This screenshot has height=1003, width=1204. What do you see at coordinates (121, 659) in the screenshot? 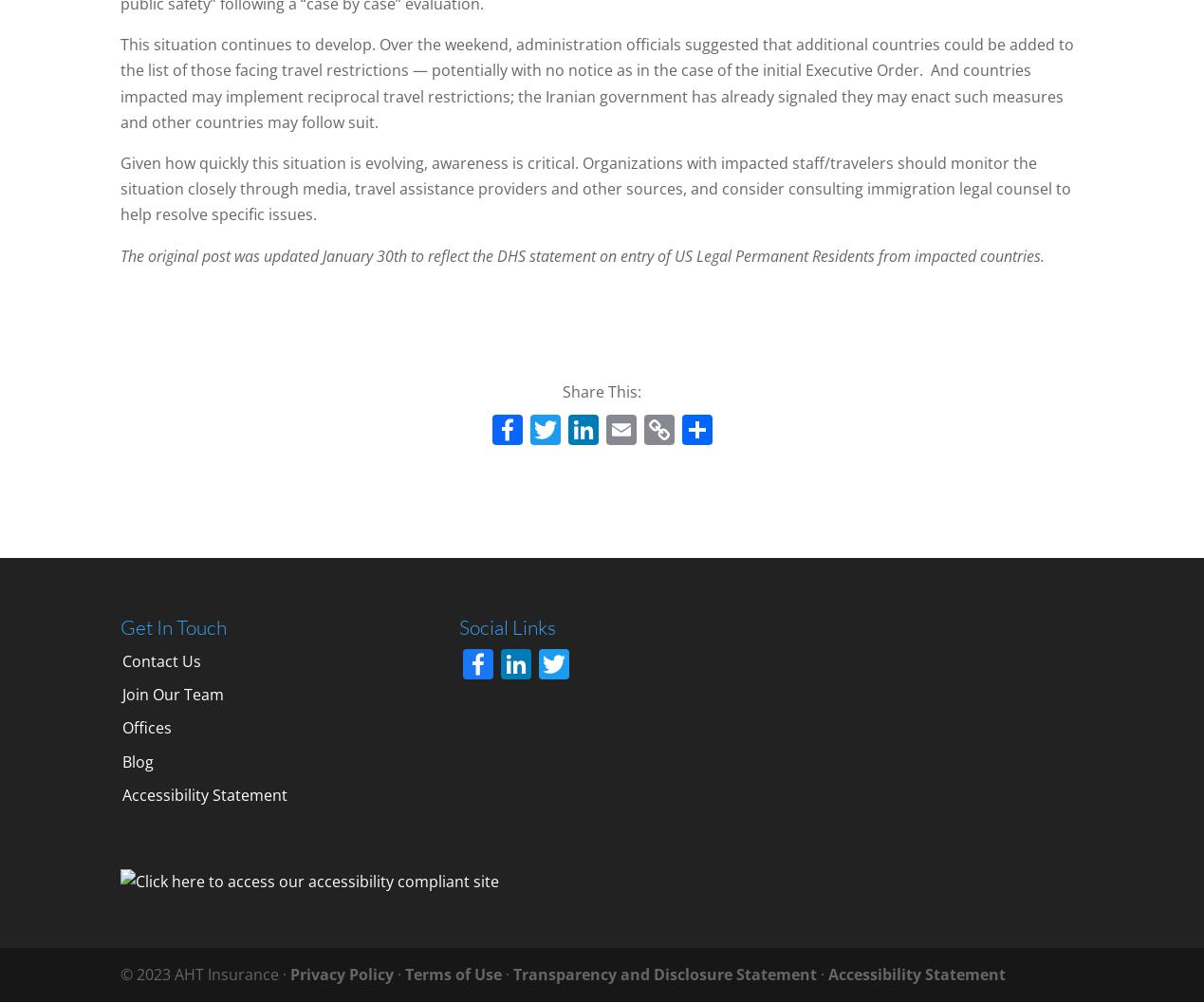
I see `'Contact Us'` at bounding box center [121, 659].